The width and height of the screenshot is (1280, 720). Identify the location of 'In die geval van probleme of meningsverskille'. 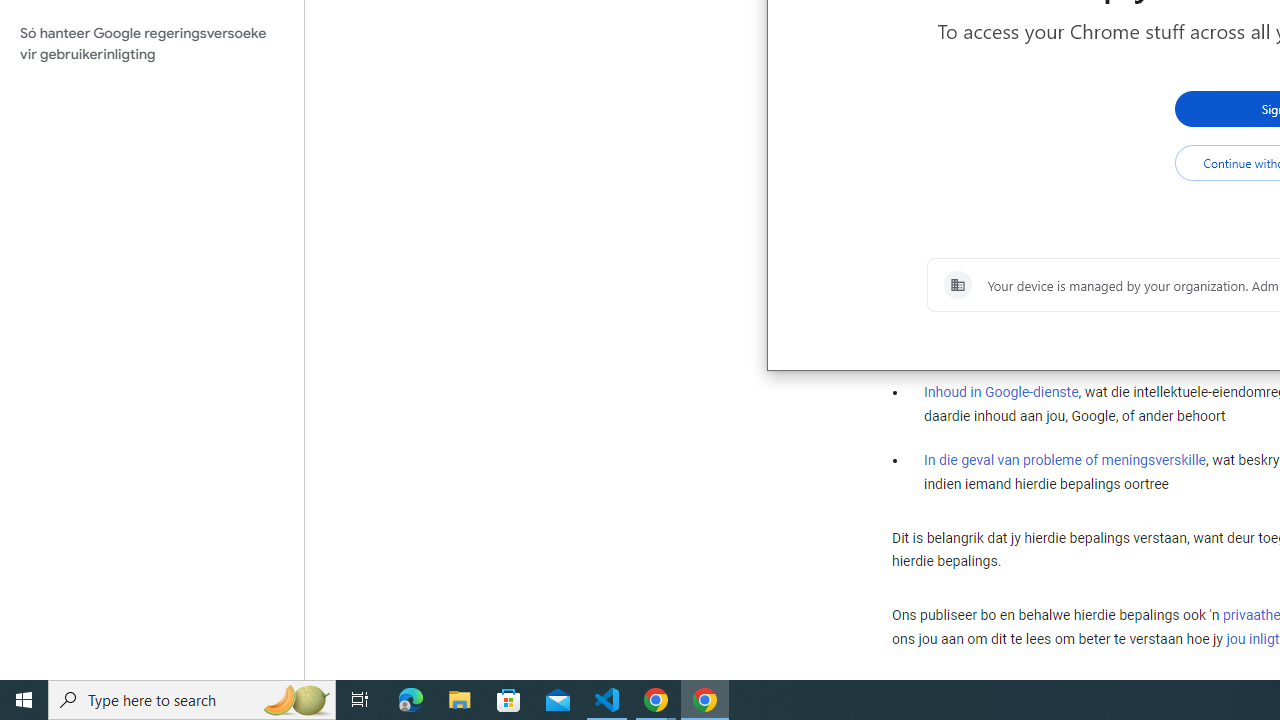
(1063, 459).